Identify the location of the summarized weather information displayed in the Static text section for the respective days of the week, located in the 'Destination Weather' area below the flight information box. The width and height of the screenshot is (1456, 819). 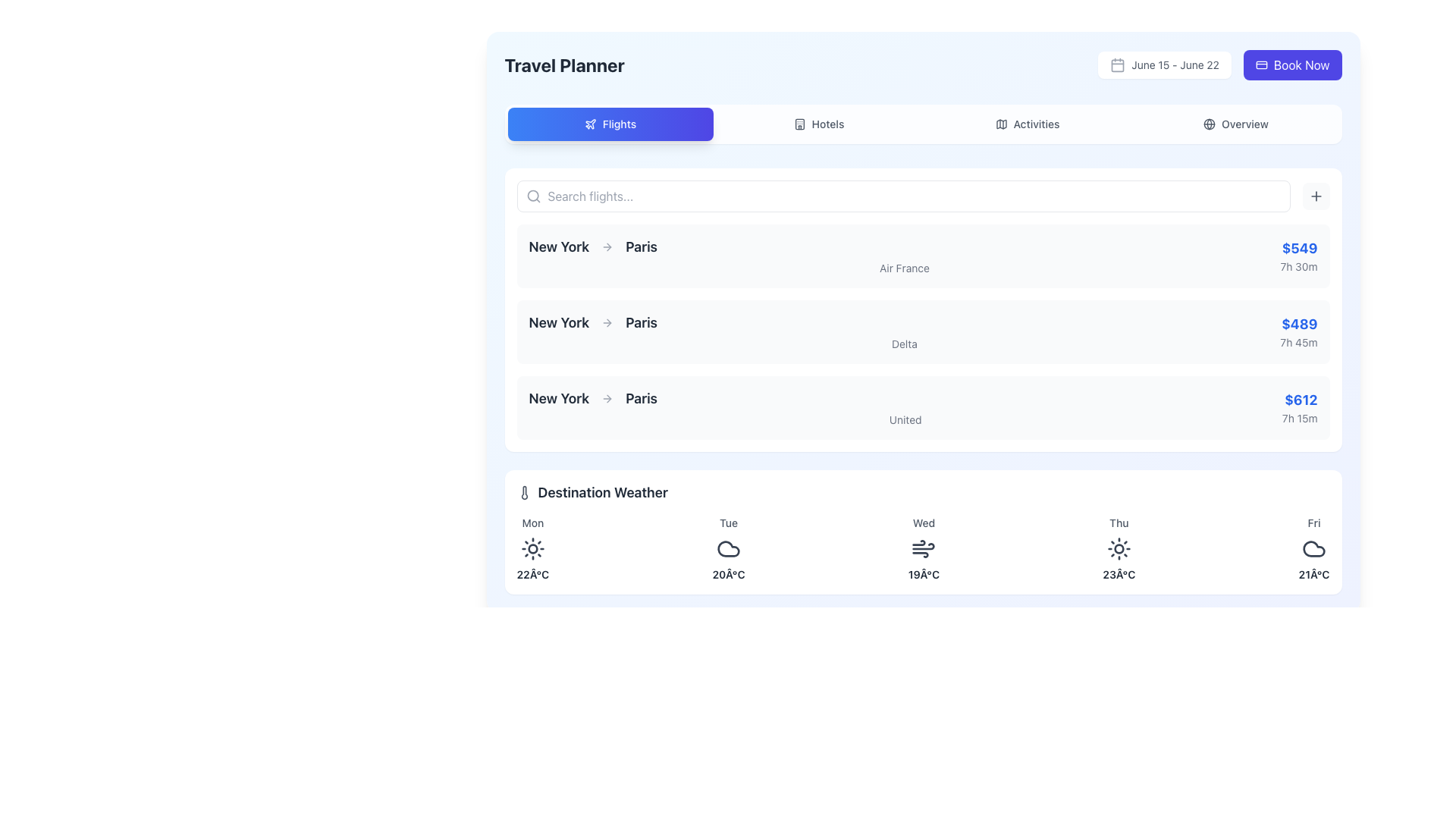
(922, 549).